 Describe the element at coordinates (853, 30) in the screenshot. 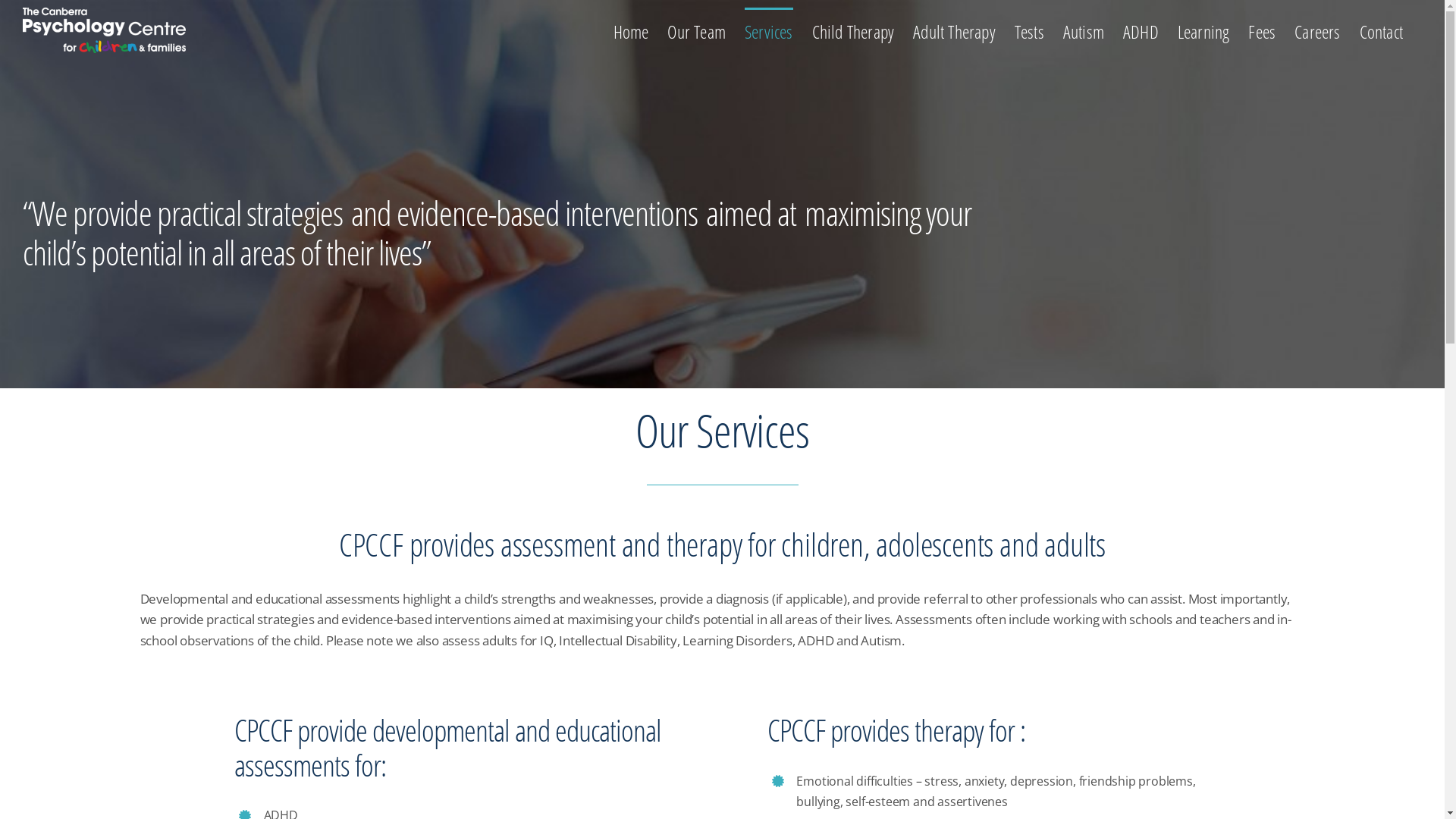

I see `'Child Therapy'` at that location.